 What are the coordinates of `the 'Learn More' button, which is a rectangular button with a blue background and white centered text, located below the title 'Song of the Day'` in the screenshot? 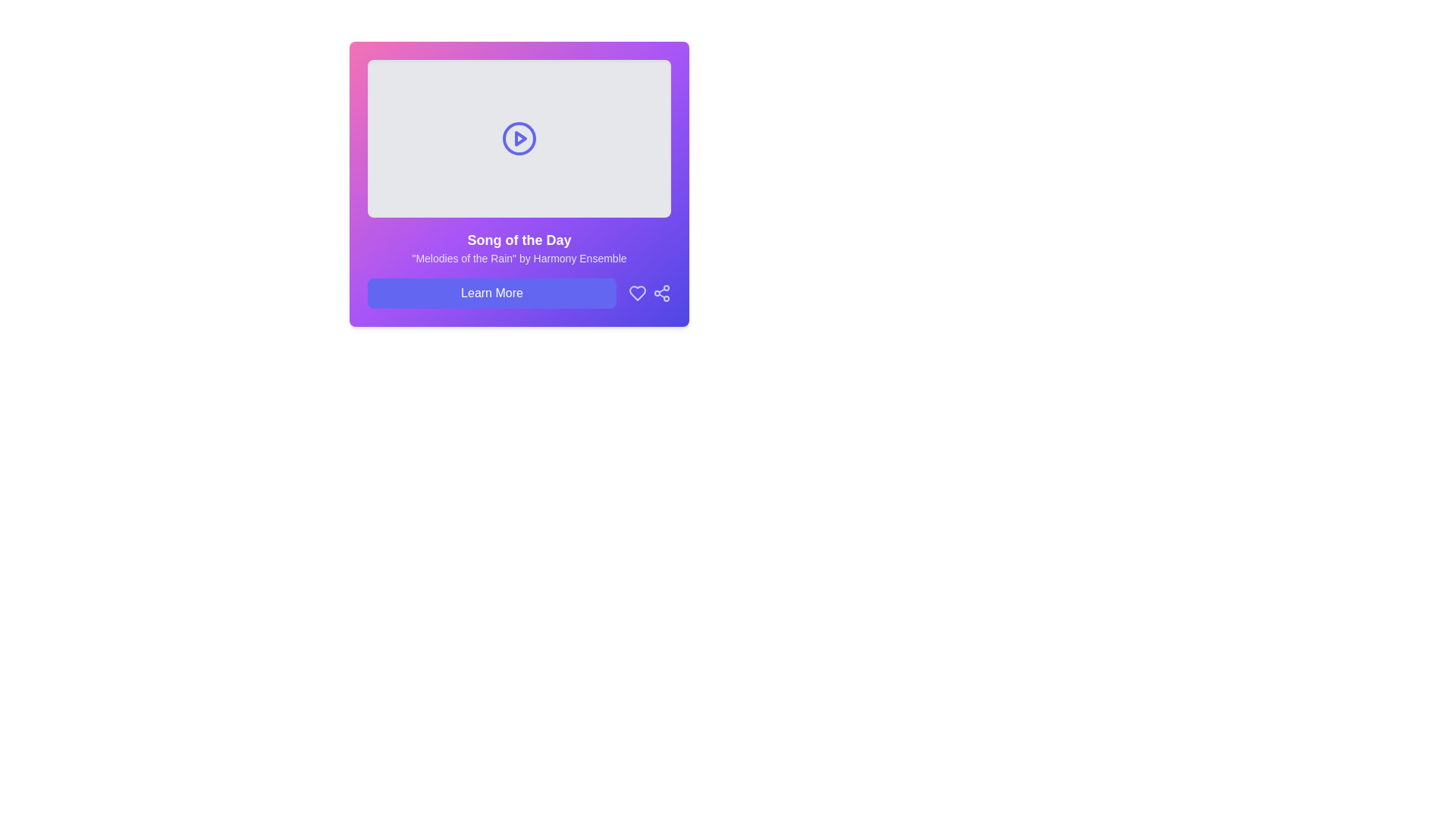 It's located at (491, 293).